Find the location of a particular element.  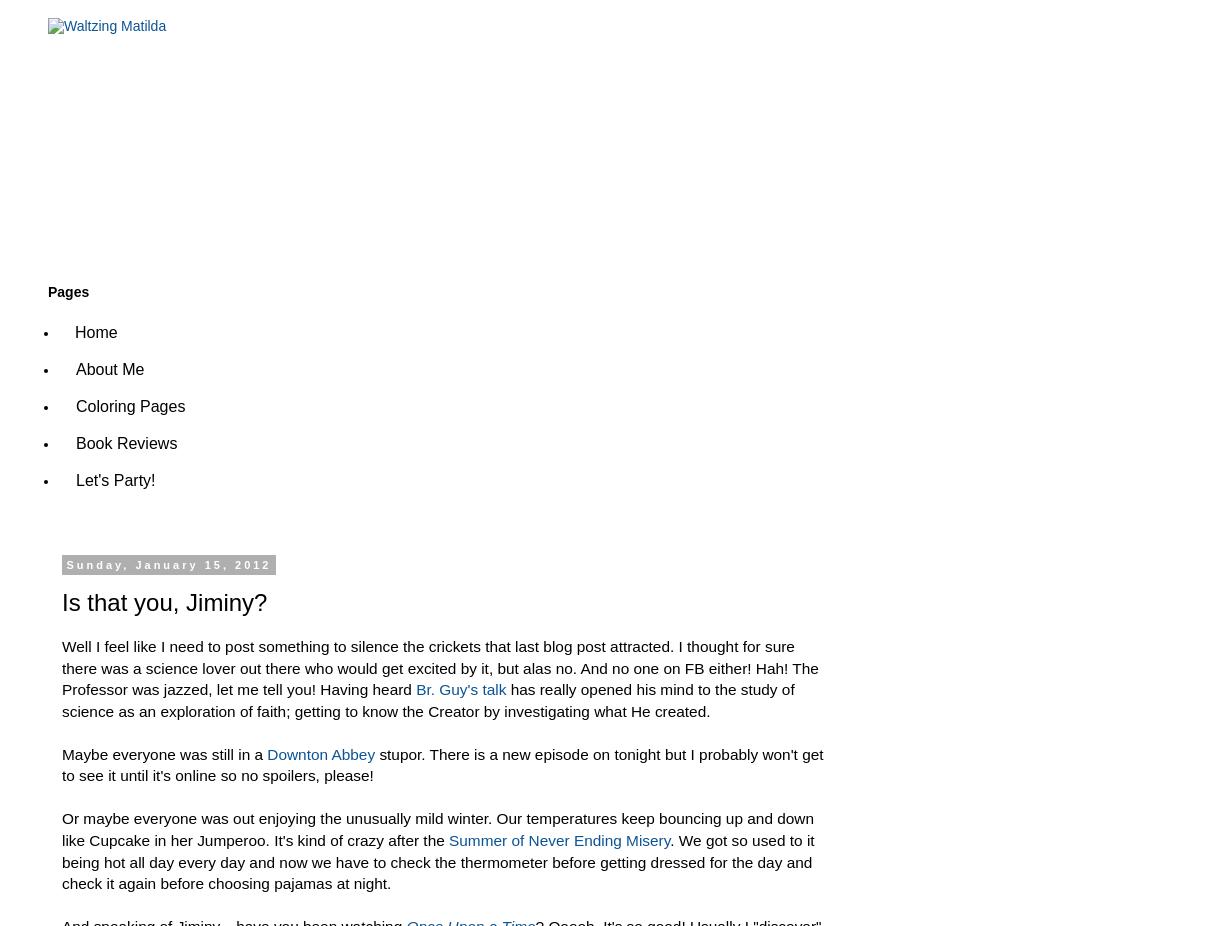

'Summer of Never Ending Misery' is located at coordinates (448, 840).